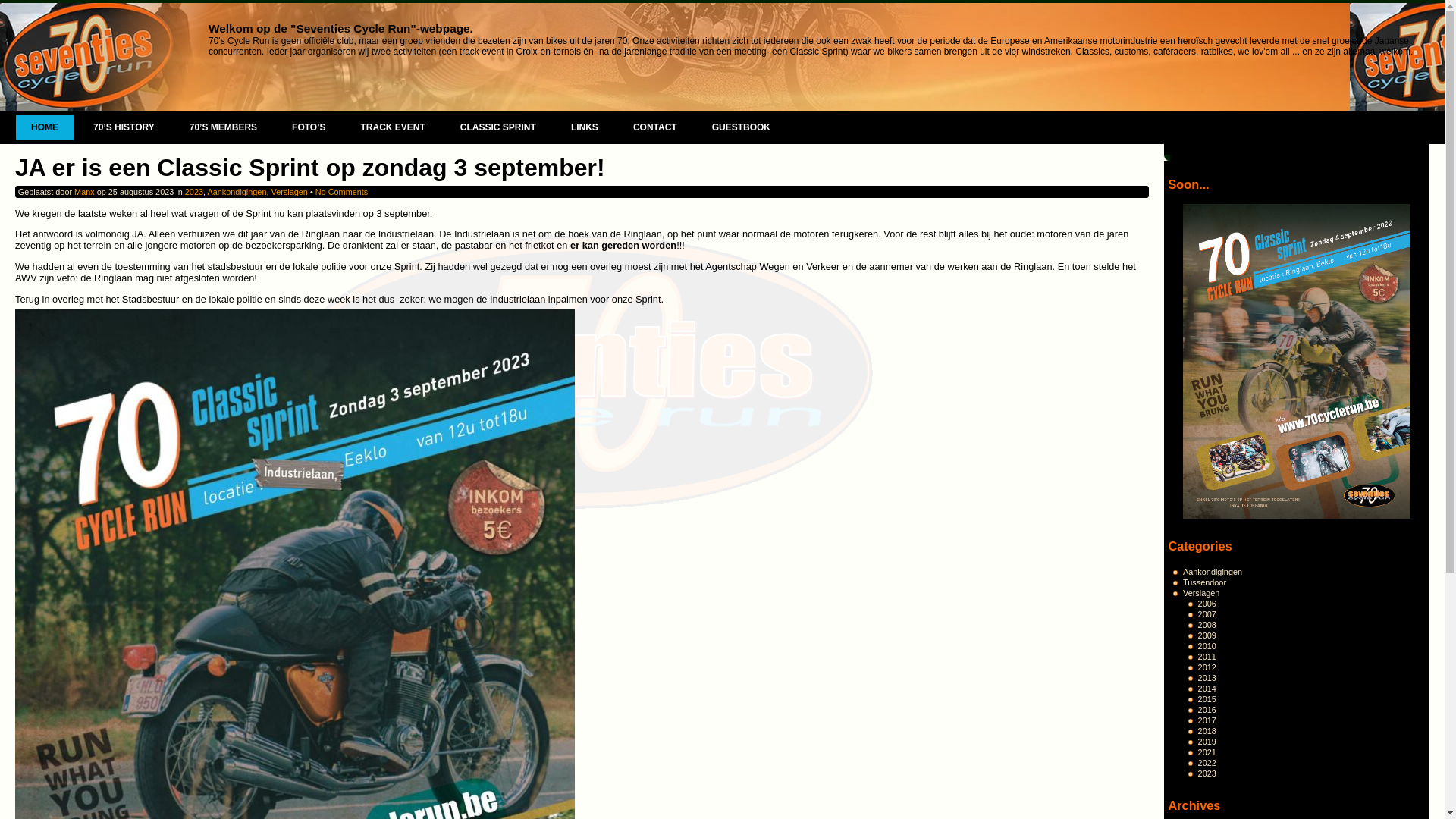 The height and width of the screenshot is (819, 1456). I want to click on '2009', so click(1207, 635).